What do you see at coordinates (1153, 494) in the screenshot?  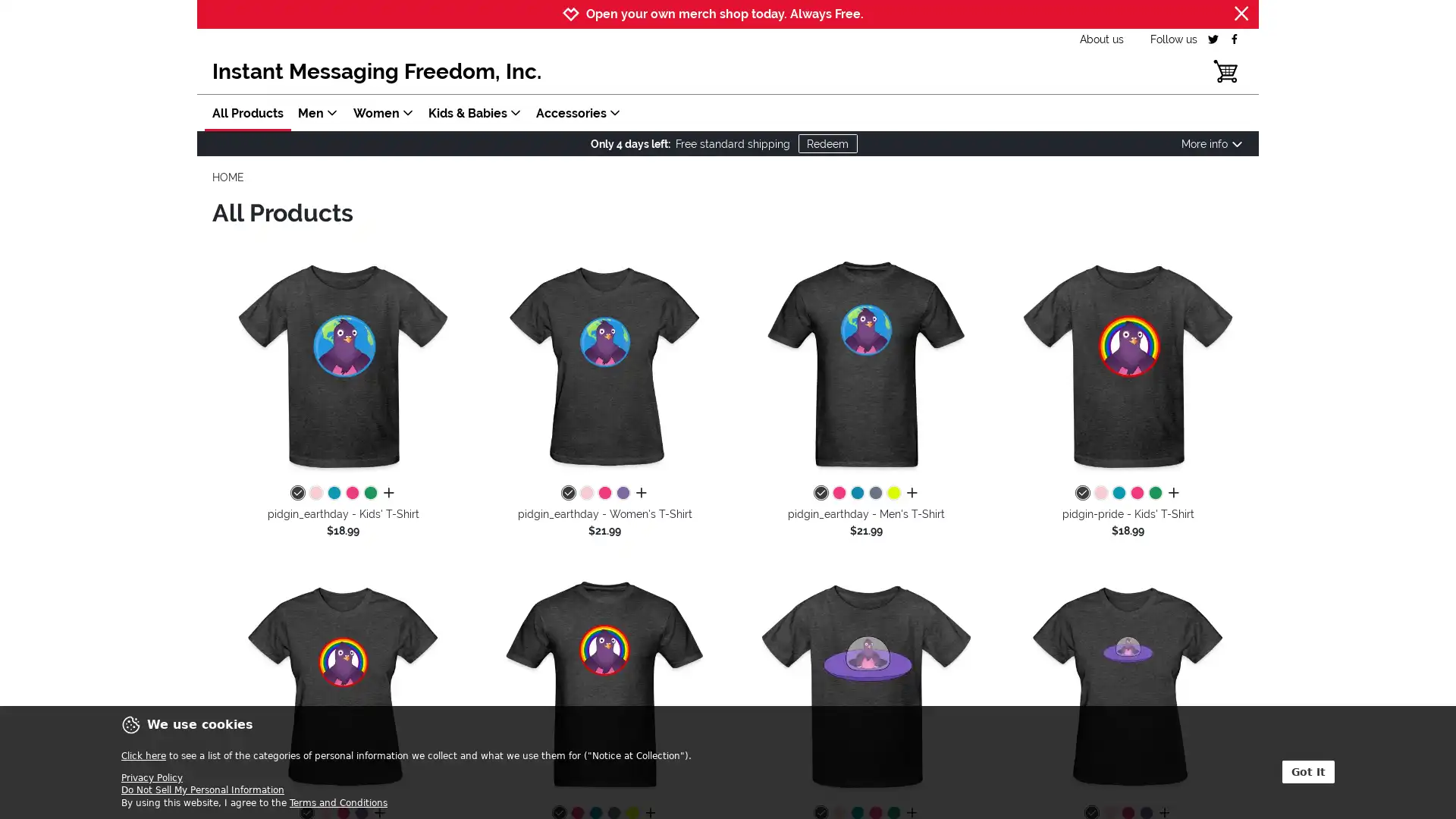 I see `kelly green` at bounding box center [1153, 494].